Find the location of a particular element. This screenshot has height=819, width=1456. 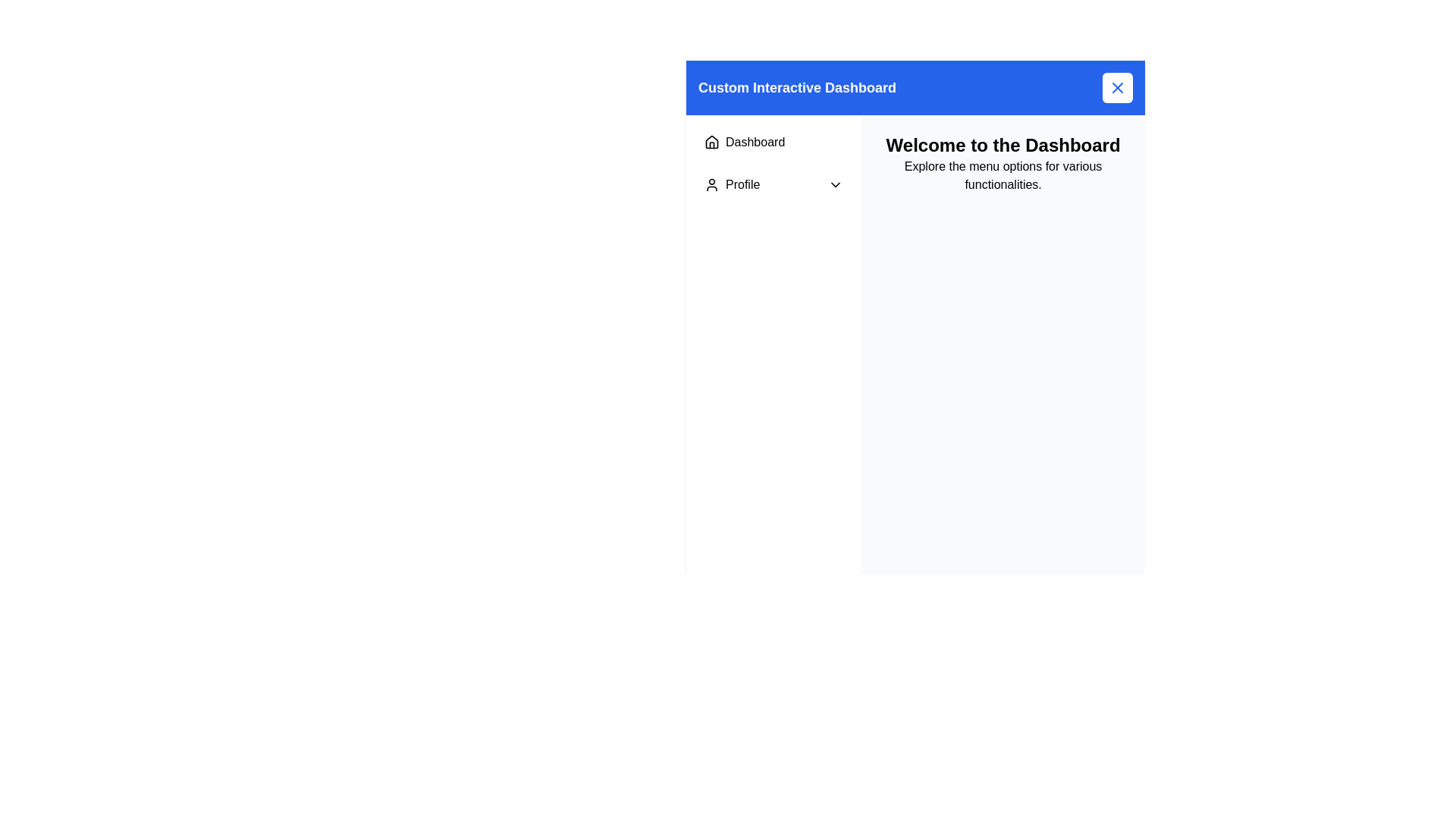

the user profile icon located in the left sidebar menu is located at coordinates (711, 184).